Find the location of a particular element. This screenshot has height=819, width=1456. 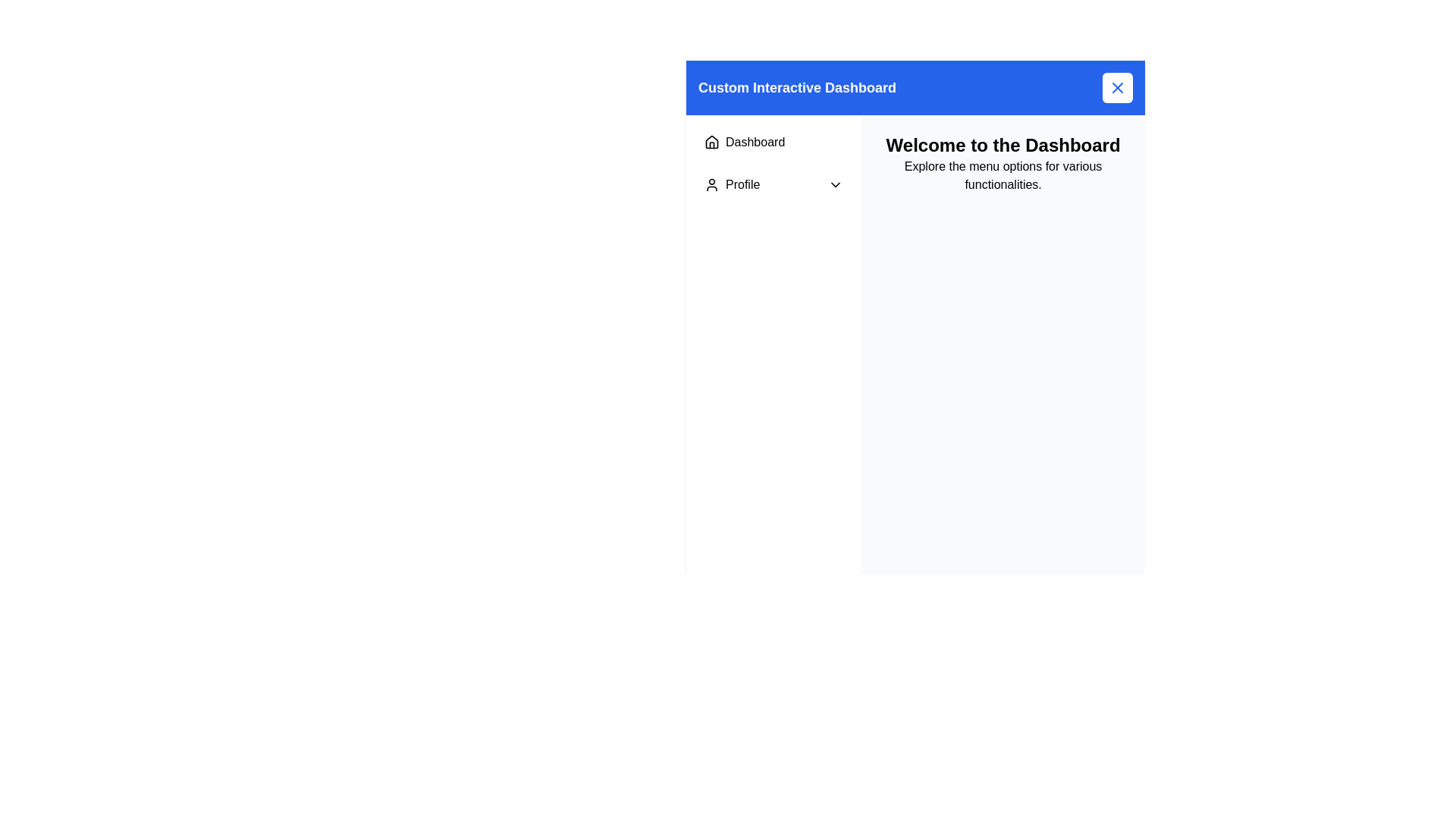

the user profile icon located in the left sidebar menu is located at coordinates (711, 184).